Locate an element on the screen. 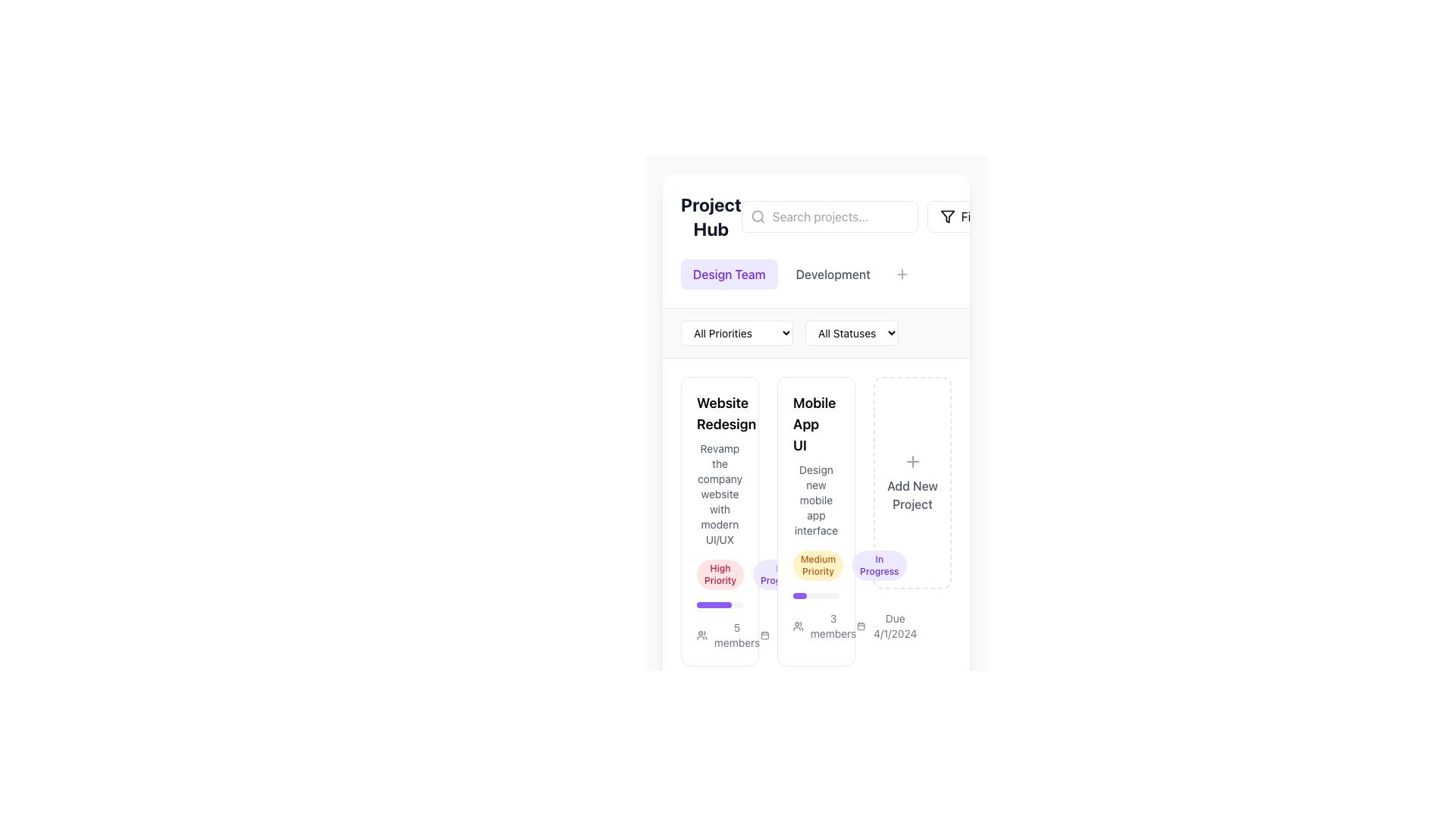 The height and width of the screenshot is (819, 1456). the static text label or heading element located in the top-left corner of the interface, which represents the name of the section or application is located at coordinates (710, 216).